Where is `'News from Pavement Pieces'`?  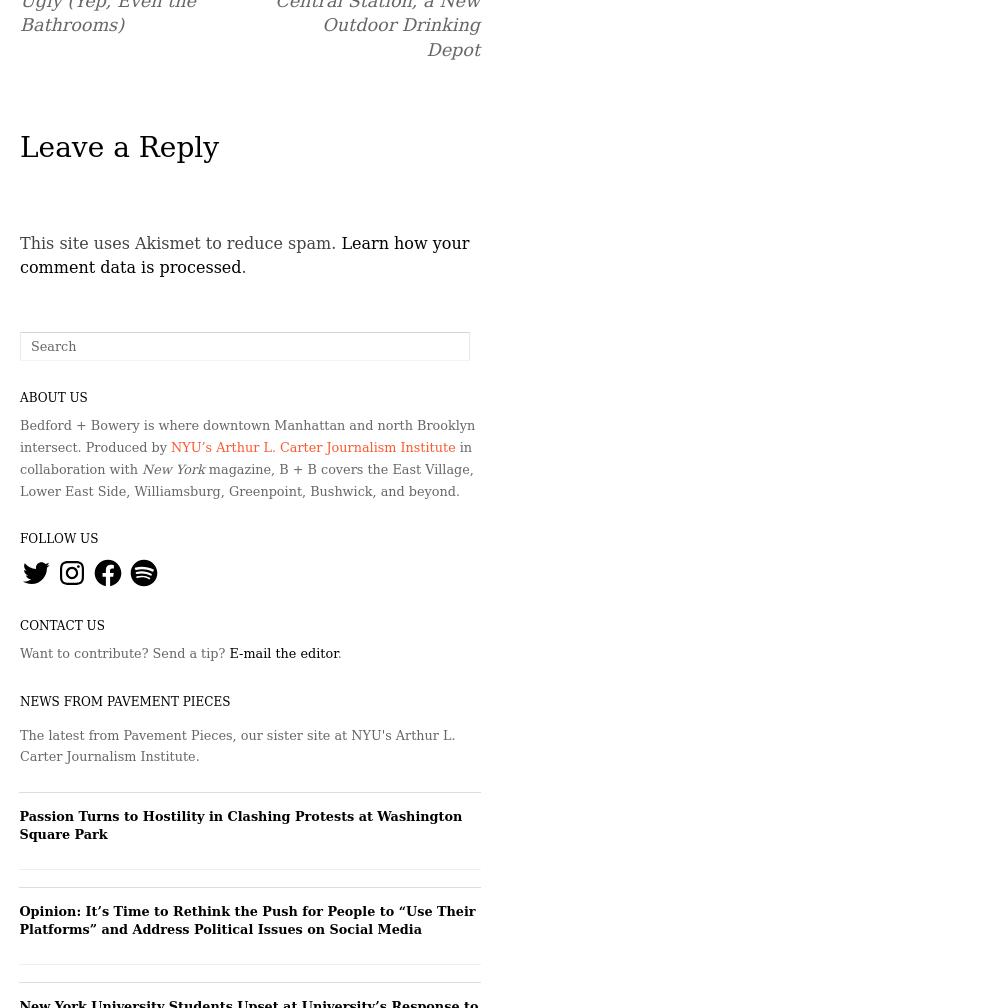
'News from Pavement Pieces' is located at coordinates (124, 700).